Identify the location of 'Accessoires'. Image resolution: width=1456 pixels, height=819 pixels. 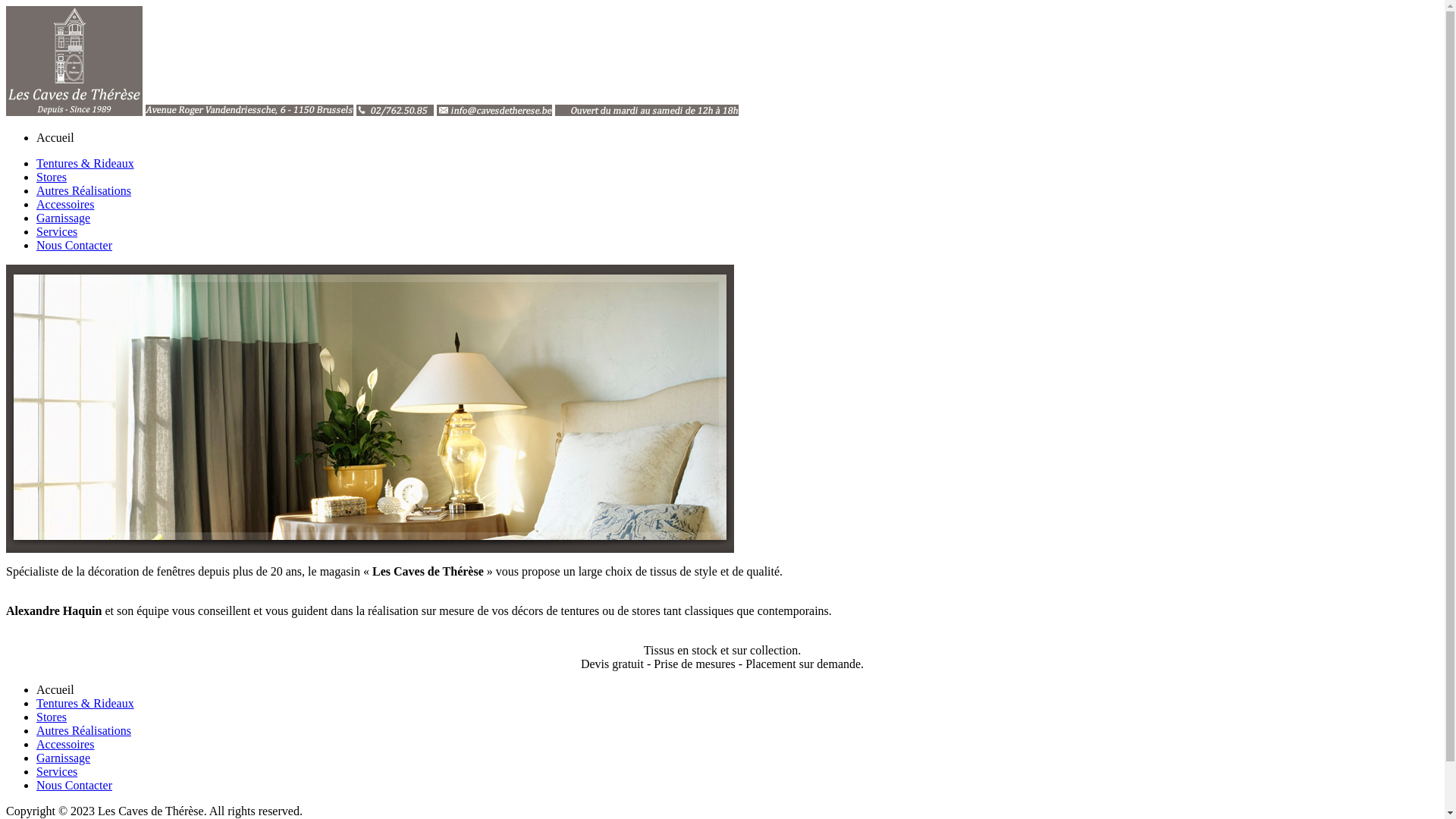
(64, 743).